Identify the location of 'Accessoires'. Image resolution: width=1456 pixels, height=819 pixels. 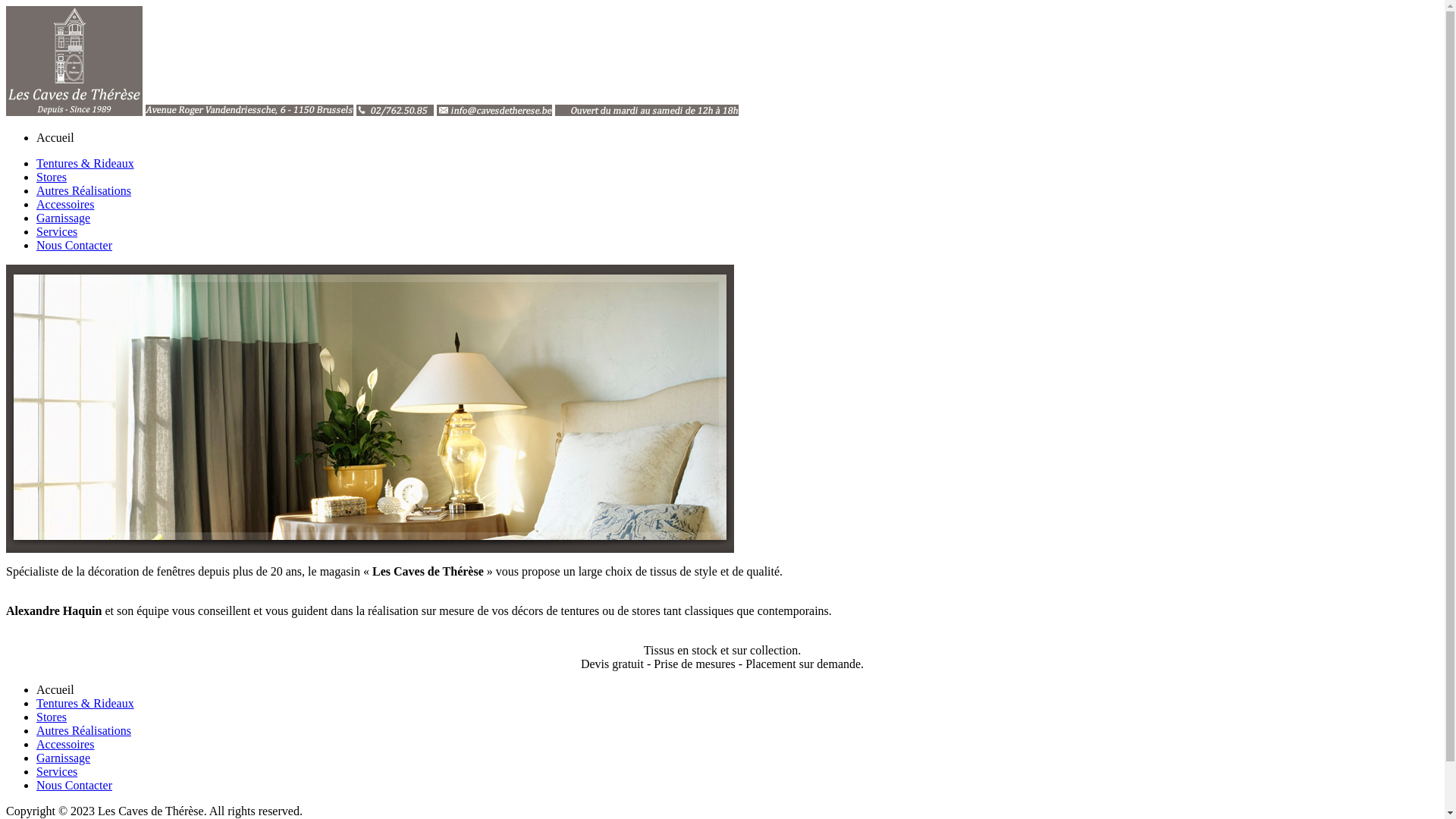
(64, 743).